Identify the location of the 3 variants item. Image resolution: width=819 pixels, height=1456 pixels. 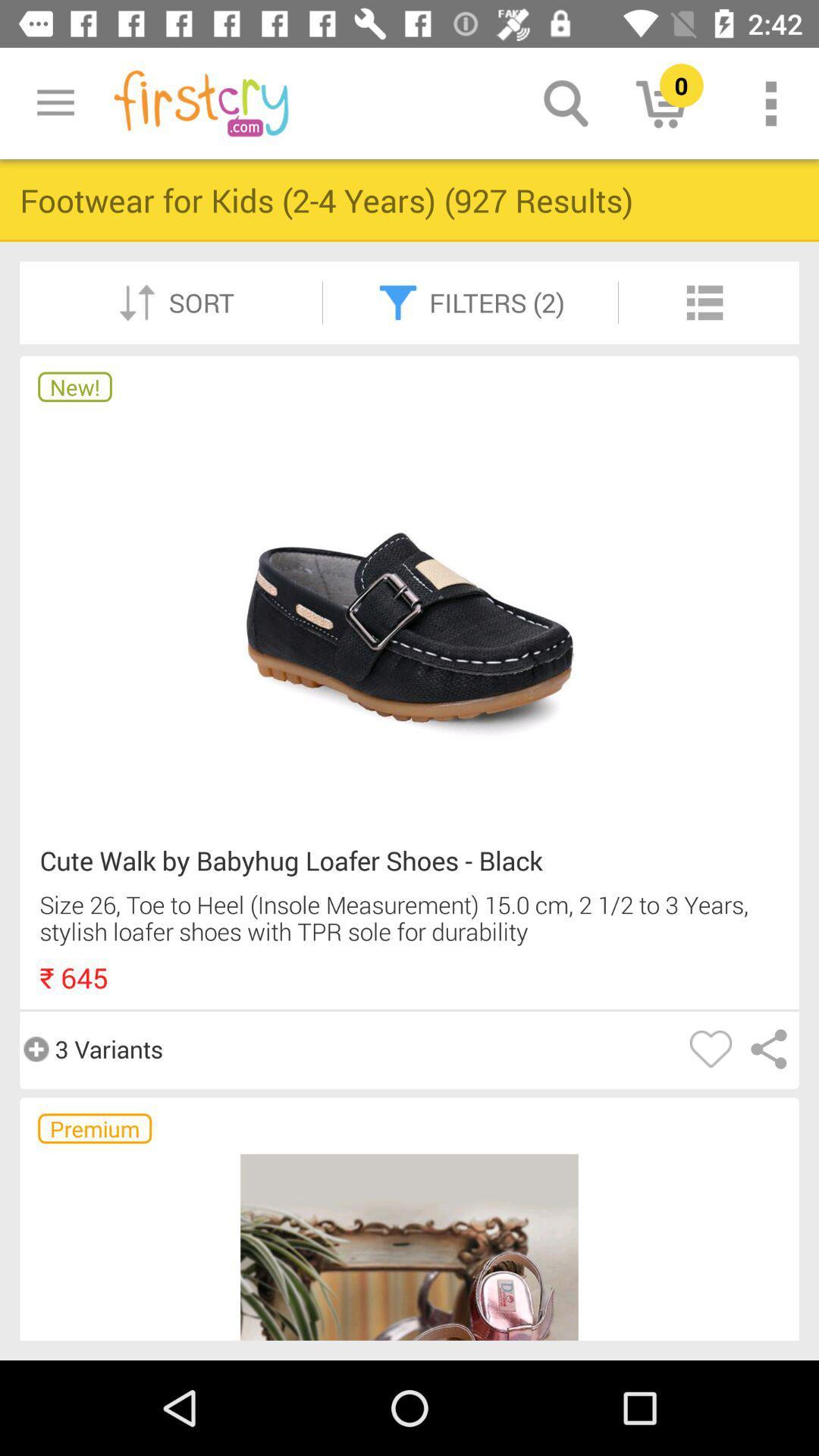
(91, 1048).